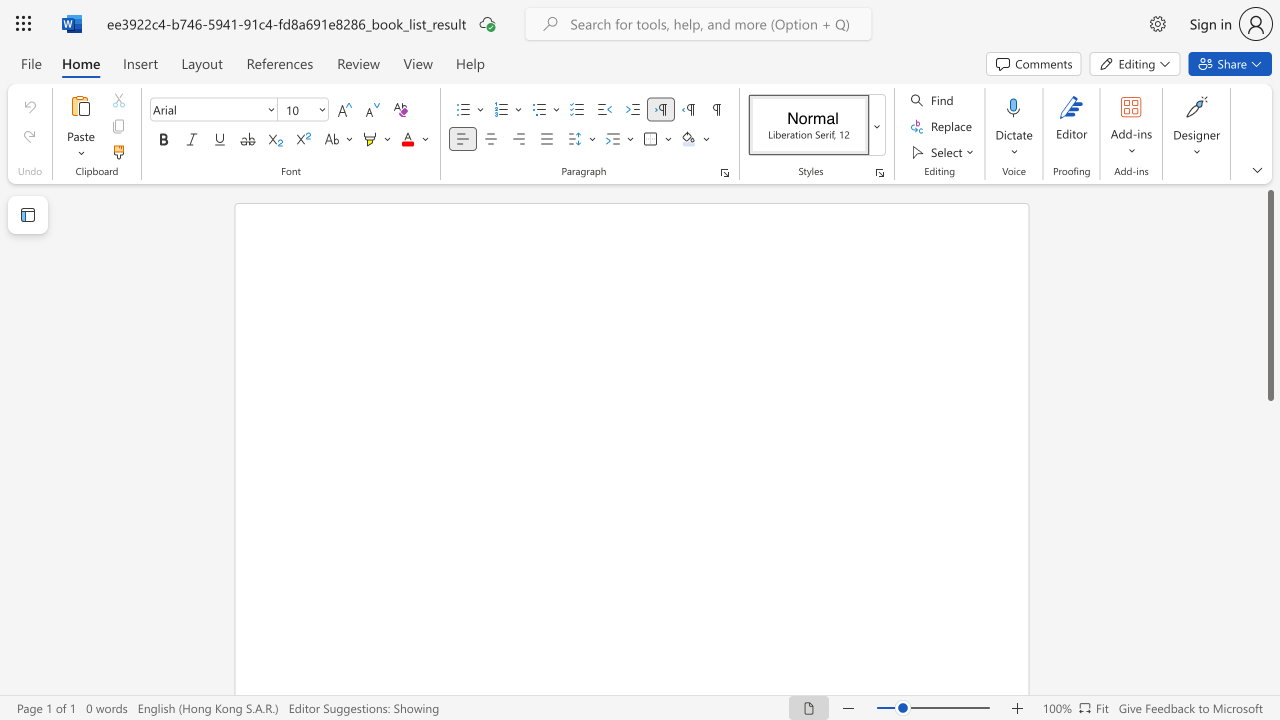  What do you see at coordinates (1269, 660) in the screenshot?
I see `the right-hand scrollbar to descend the page` at bounding box center [1269, 660].